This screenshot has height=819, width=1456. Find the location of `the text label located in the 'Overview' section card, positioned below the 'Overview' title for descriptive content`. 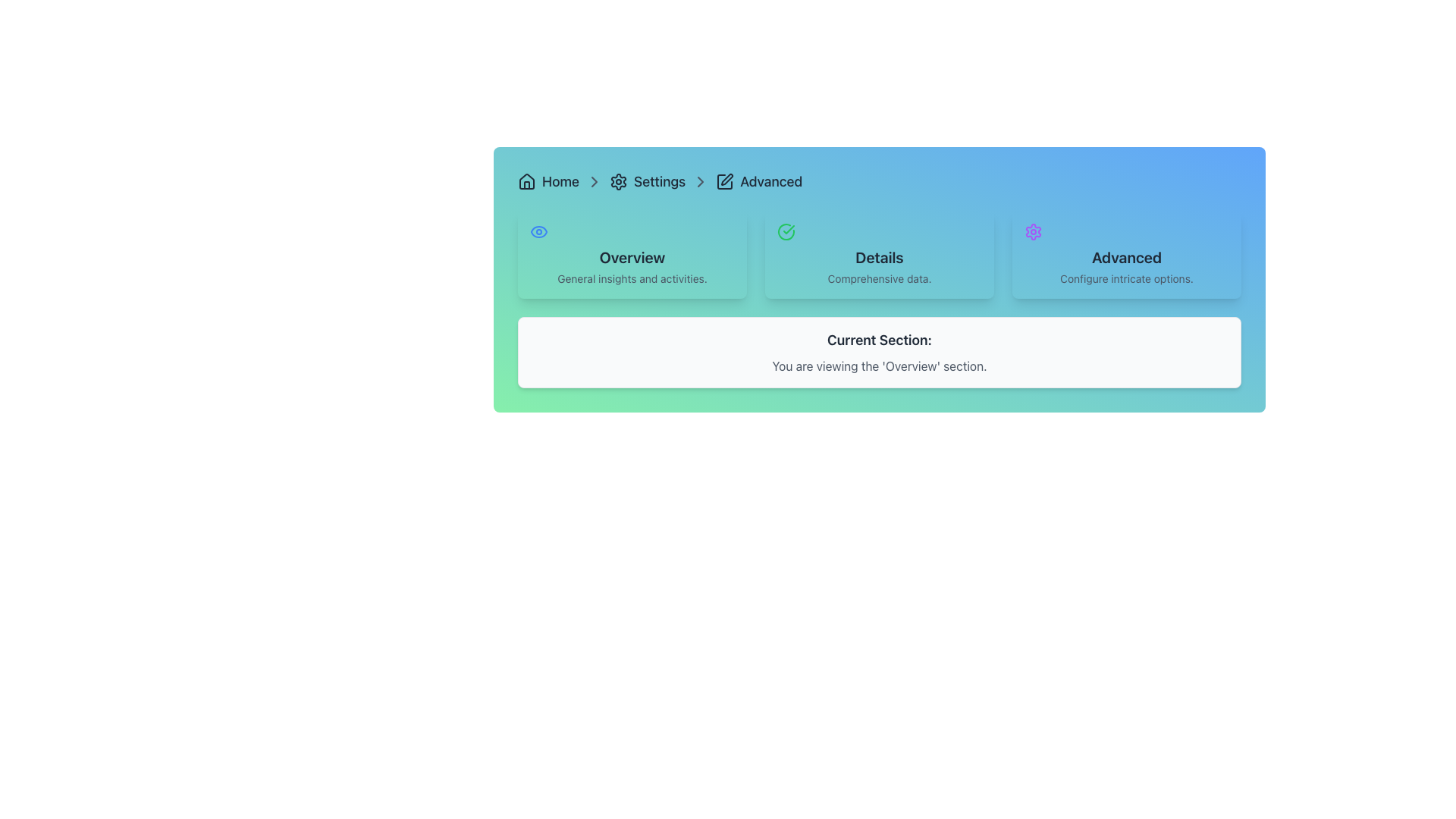

the text label located in the 'Overview' section card, positioned below the 'Overview' title for descriptive content is located at coordinates (632, 278).